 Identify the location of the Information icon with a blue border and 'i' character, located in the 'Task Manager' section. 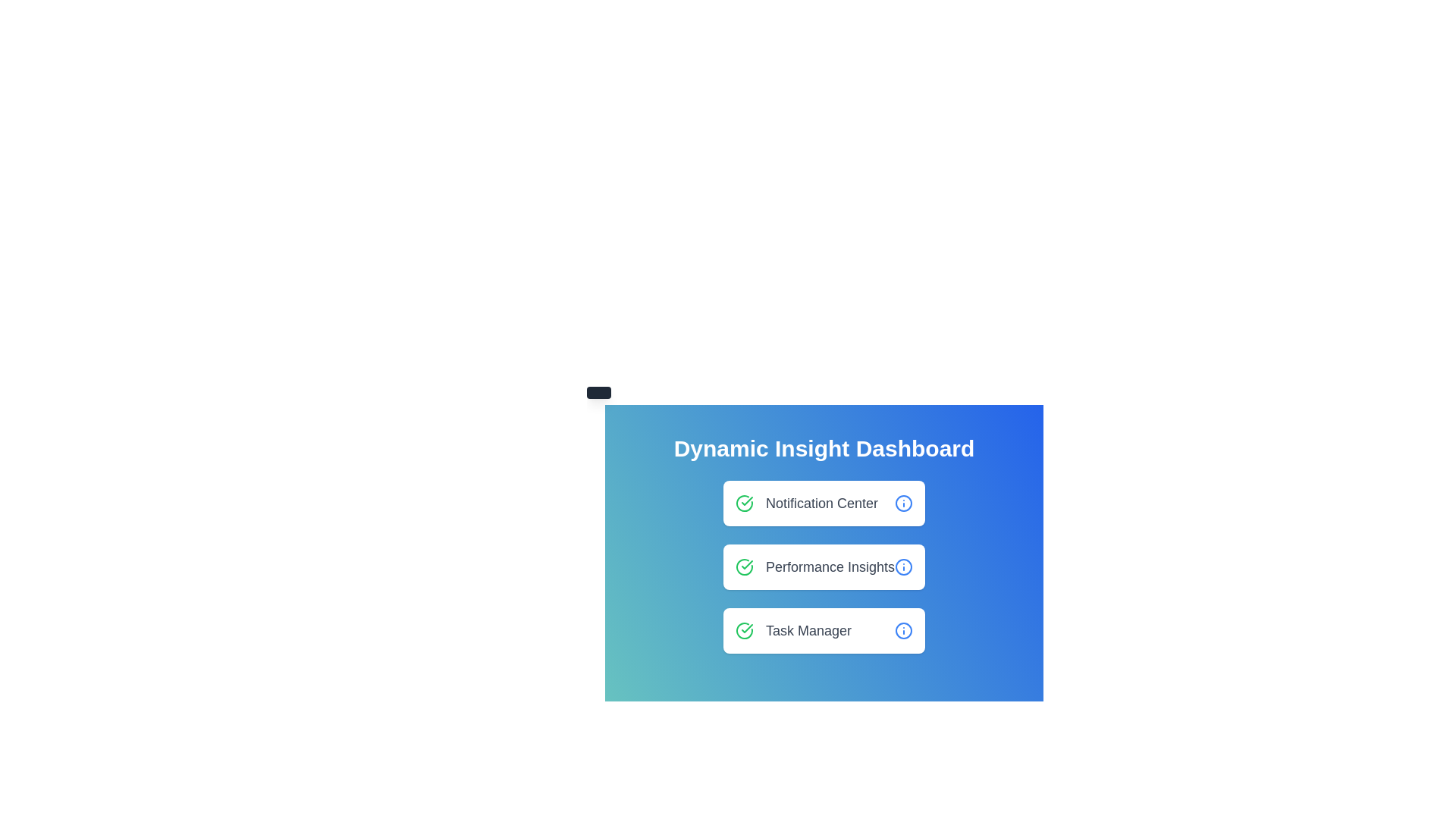
(903, 631).